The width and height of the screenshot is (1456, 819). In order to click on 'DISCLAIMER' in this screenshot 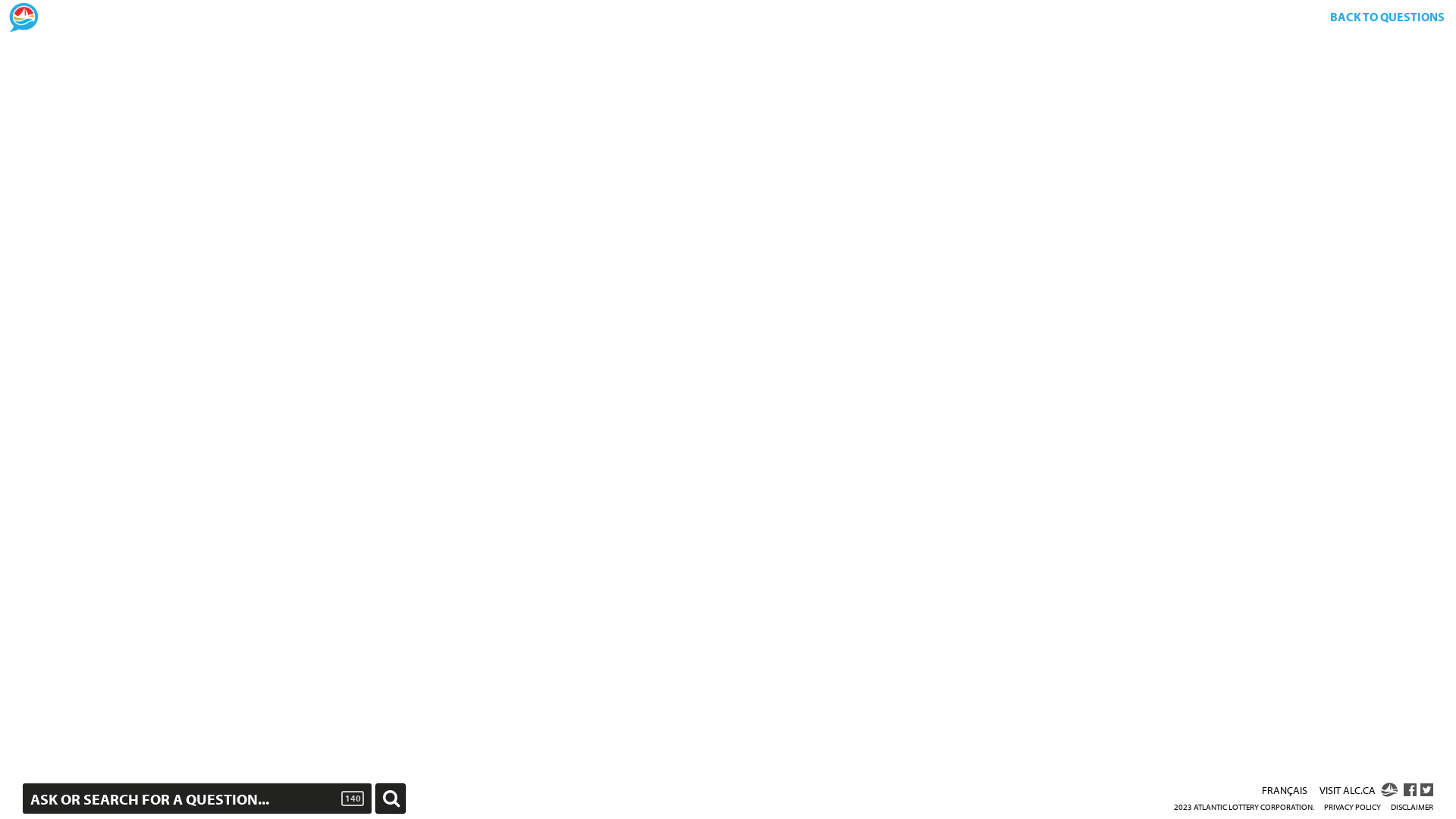, I will do `click(1411, 806)`.